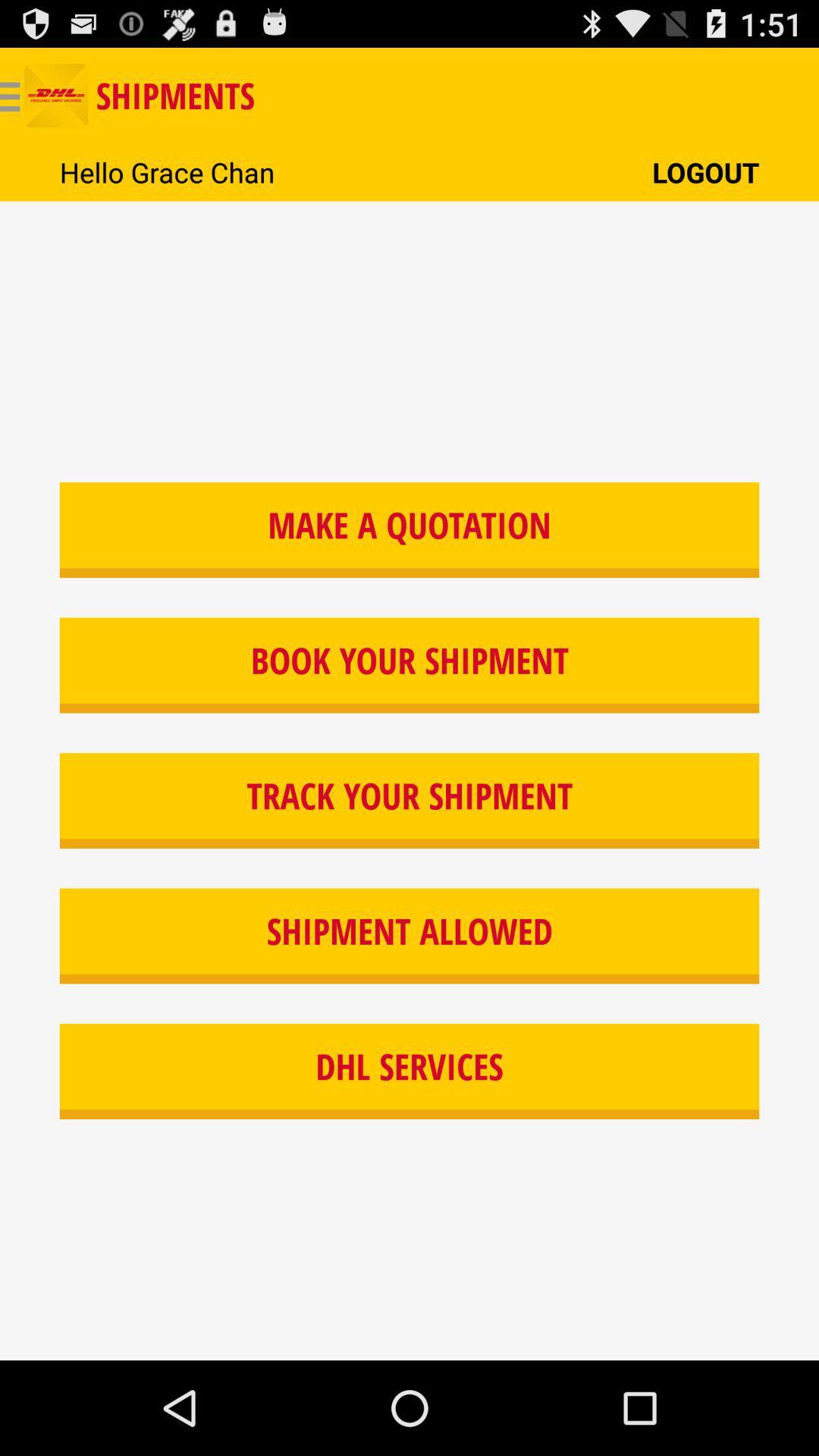  I want to click on logout app, so click(705, 172).